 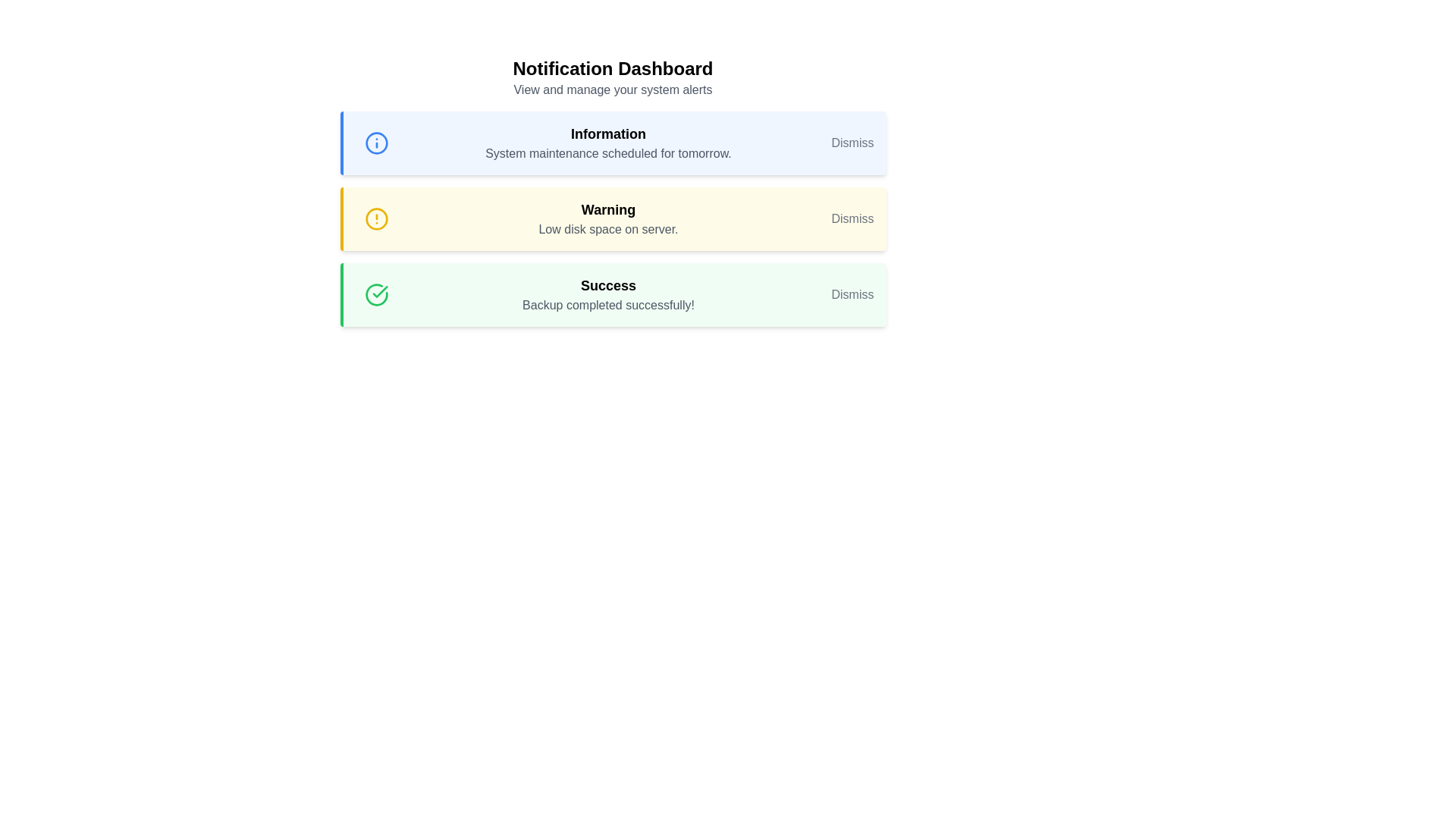 I want to click on the Text block with a heading and subtitle that introduces the Notification Dashboard module, positioned at the top of the displayed content, so click(x=613, y=78).